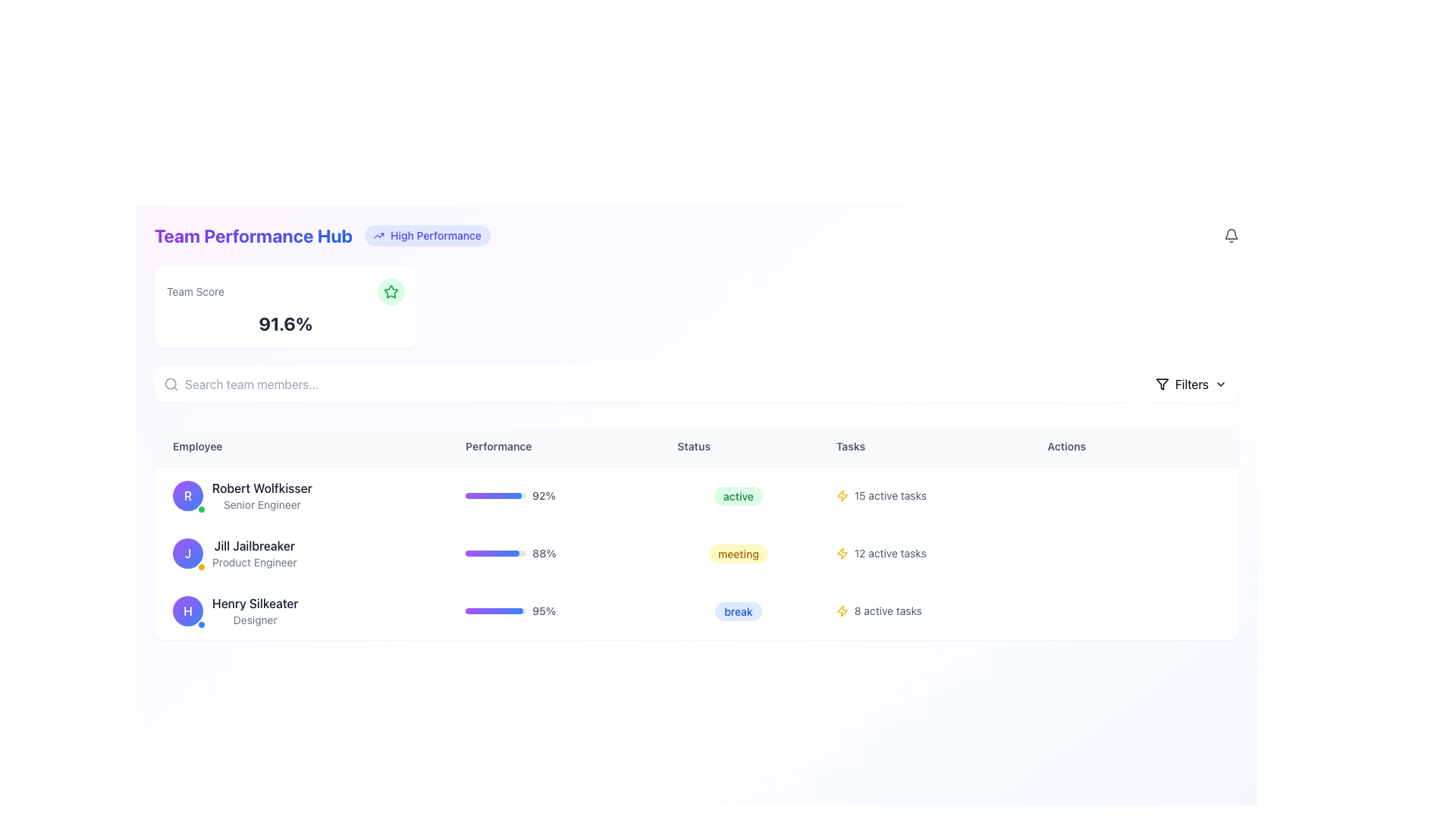 This screenshot has width=1456, height=819. Describe the element at coordinates (739, 553) in the screenshot. I see `text displayed in the Status label showing 'meeting' for the user 'Jill Jailbreaker', located in the 'Status' column between the 'Performance' column and the 'Tasks' column` at that location.